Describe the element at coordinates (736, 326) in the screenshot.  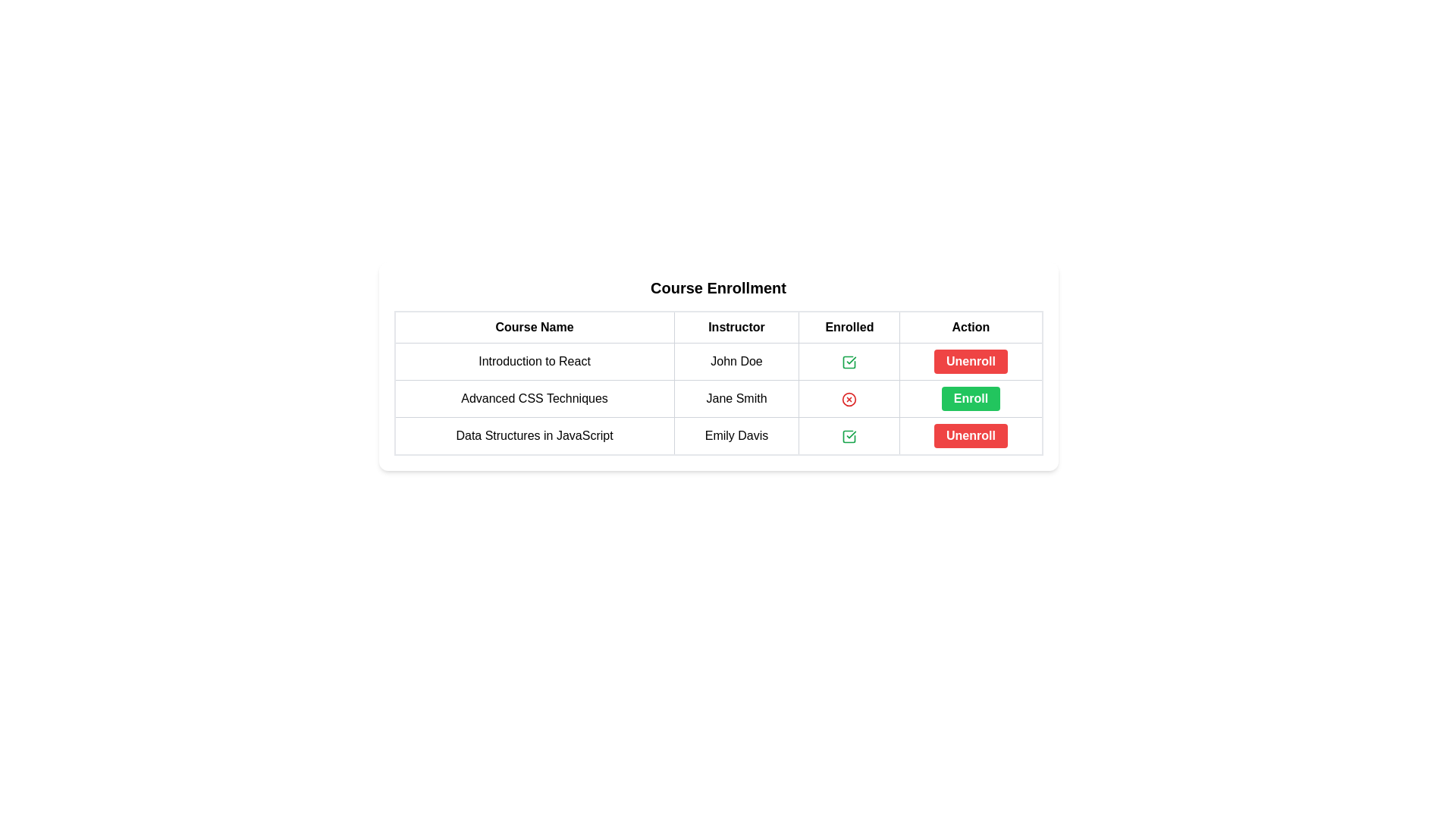
I see `the second column header in the table that indicates data related to instructors, located between 'Course Name' and 'Enrolled'` at that location.